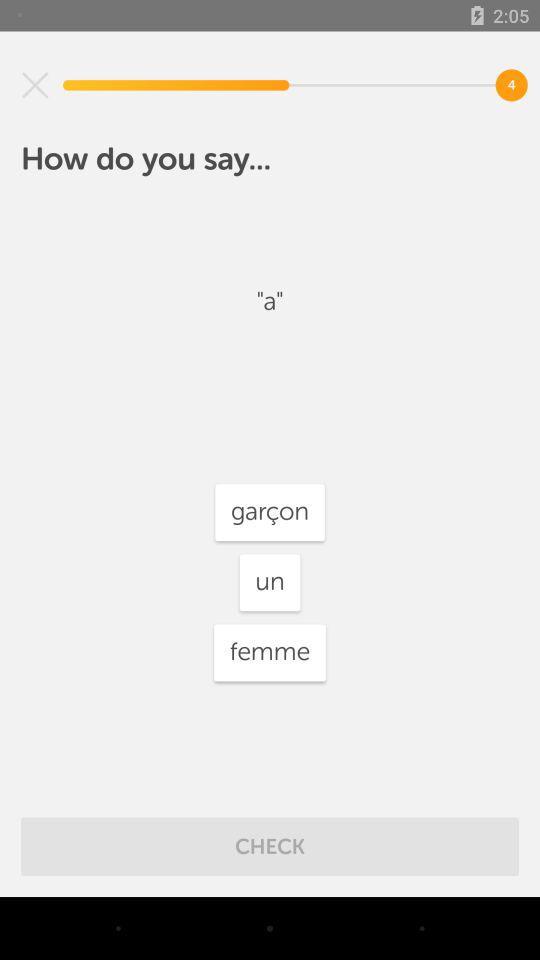 The width and height of the screenshot is (540, 960). Describe the element at coordinates (35, 85) in the screenshot. I see `the star icon` at that location.